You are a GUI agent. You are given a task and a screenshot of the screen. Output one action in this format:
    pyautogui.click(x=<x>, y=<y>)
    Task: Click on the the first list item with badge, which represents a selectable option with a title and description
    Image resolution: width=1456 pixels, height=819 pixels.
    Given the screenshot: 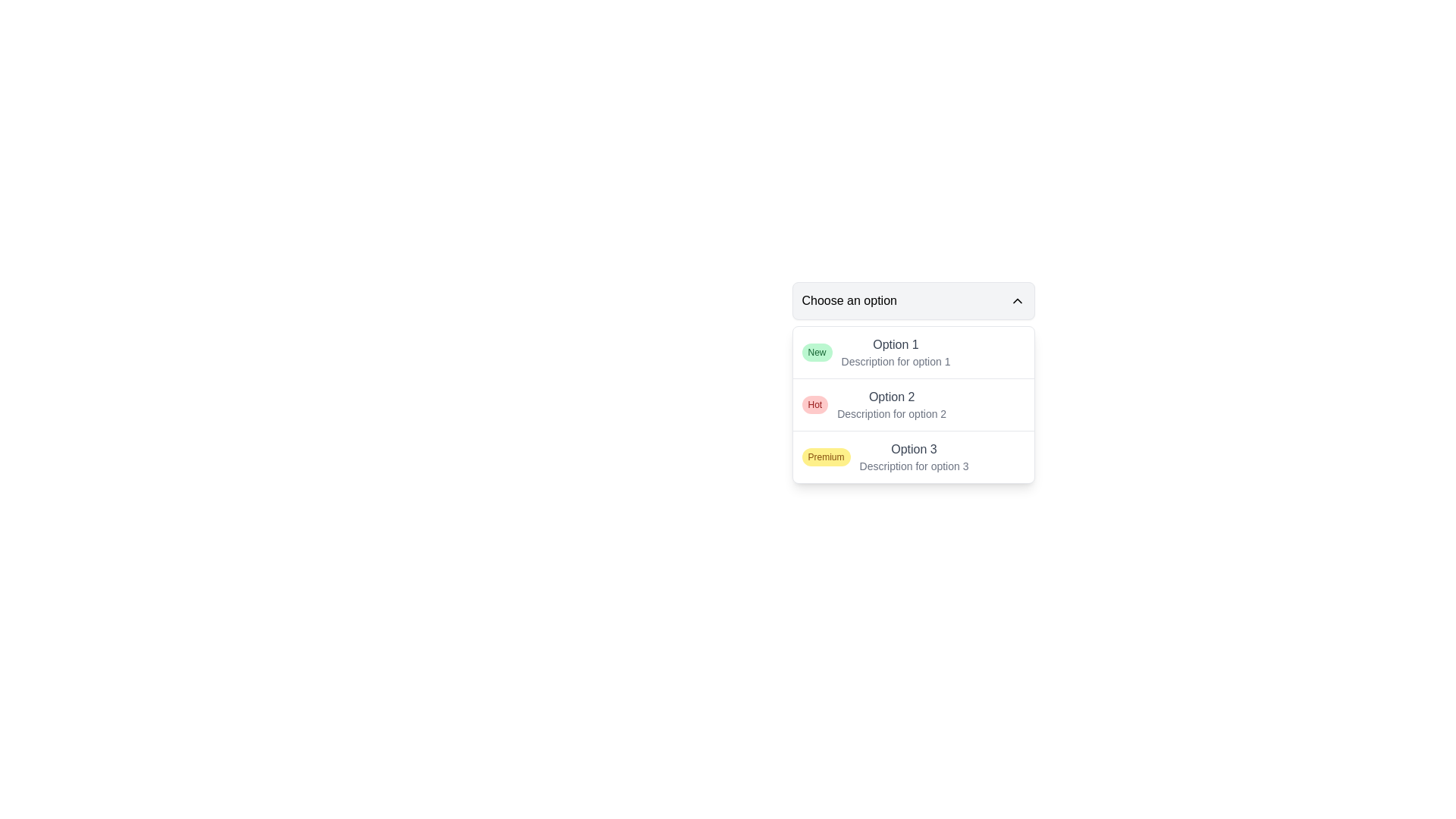 What is the action you would take?
    pyautogui.click(x=912, y=353)
    